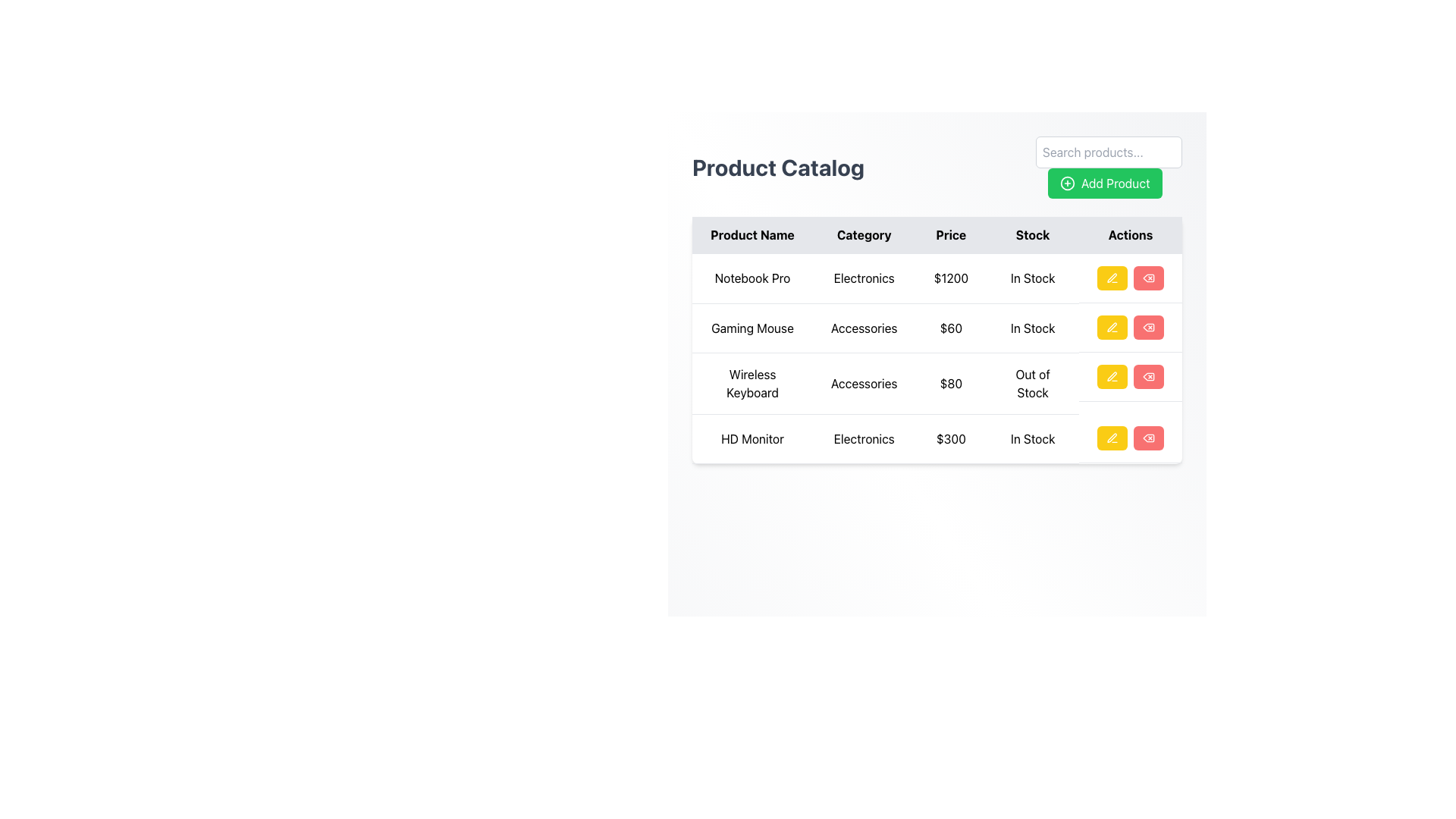  Describe the element at coordinates (950, 382) in the screenshot. I see `the Text Label displaying the price '$80' for the product 'Wireless Keyboard', which is located in the 'Price' column of the table` at that location.